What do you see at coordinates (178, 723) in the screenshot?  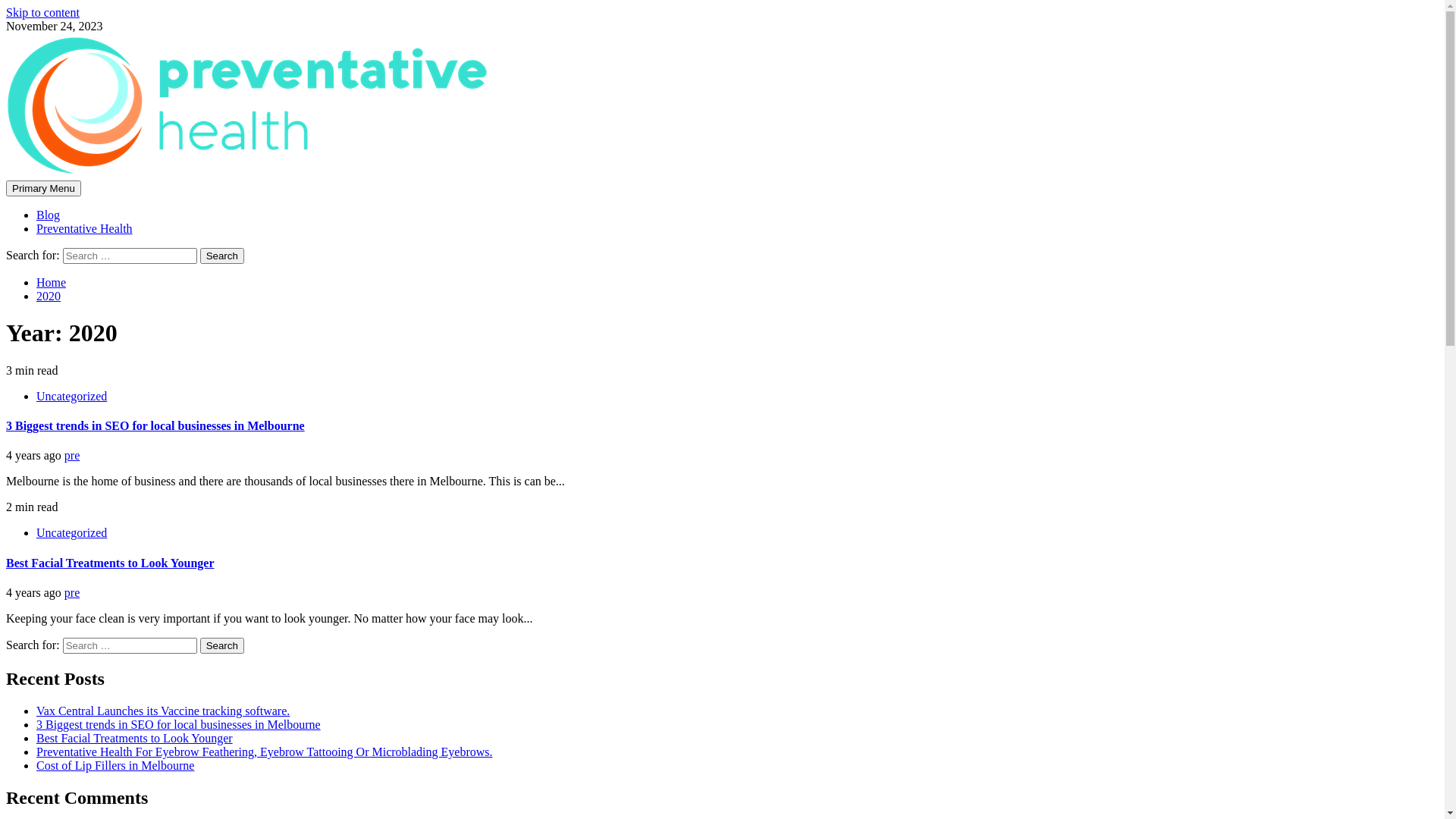 I see `'3 Biggest trends in SEO for local businesses in Melbourne'` at bounding box center [178, 723].